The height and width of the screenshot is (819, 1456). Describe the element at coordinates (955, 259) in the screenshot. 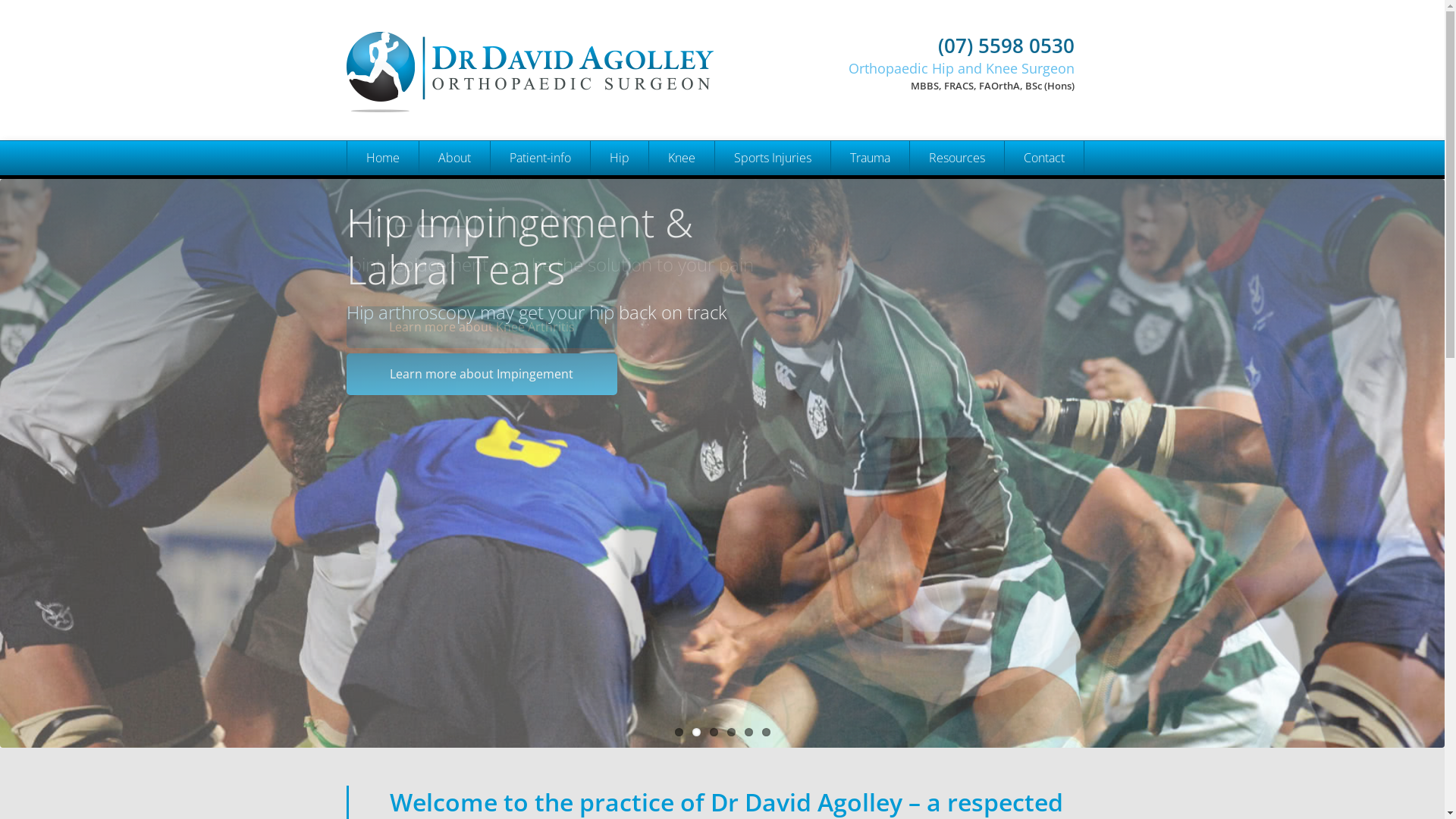

I see `'Videos'` at that location.